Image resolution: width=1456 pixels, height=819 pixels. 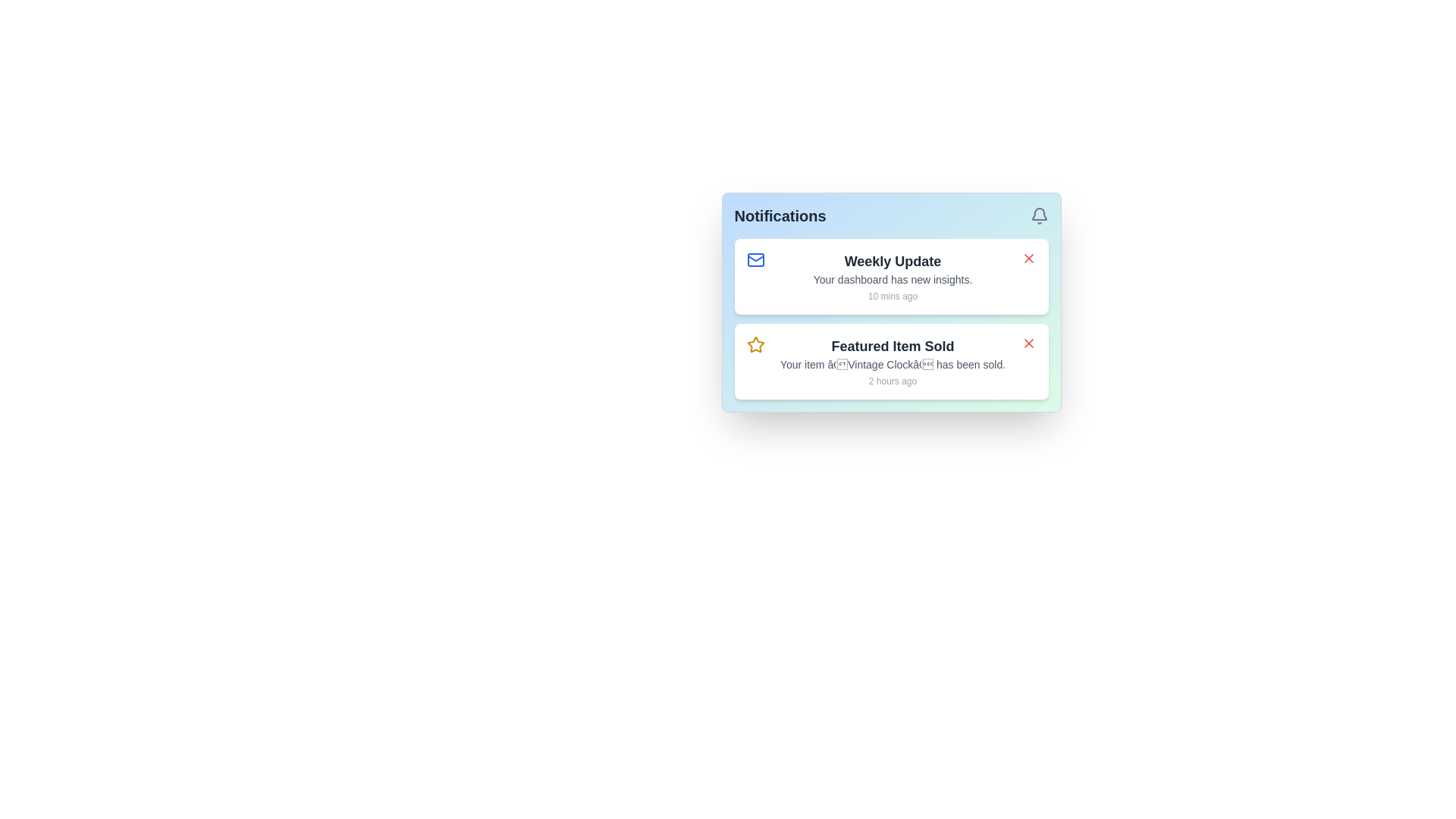 What do you see at coordinates (780, 216) in the screenshot?
I see `text label that serves as the title for the notification panel, located at the top-left corner of the notification card interface` at bounding box center [780, 216].